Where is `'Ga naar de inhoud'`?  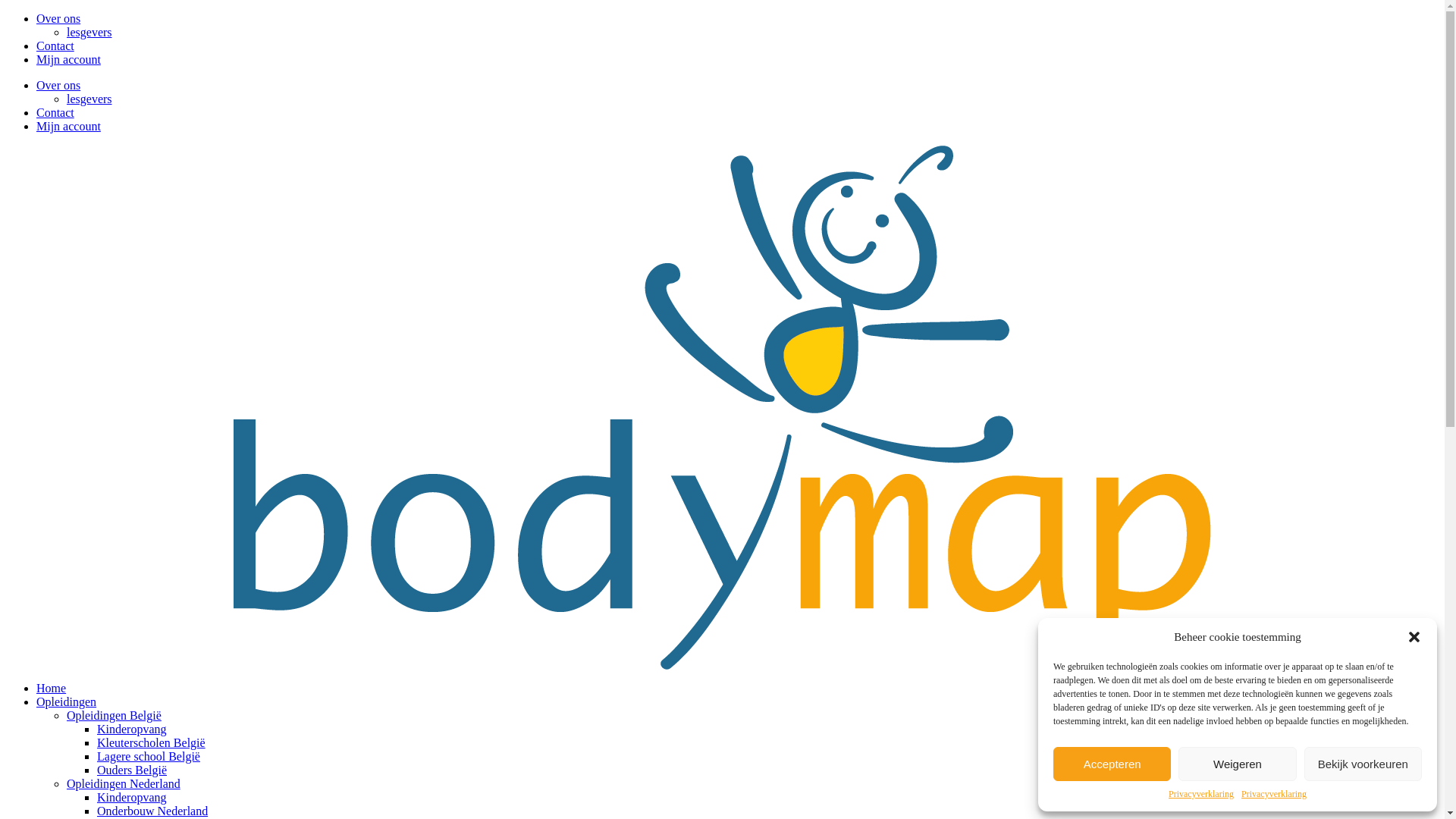 'Ga naar de inhoud' is located at coordinates (5, 11).